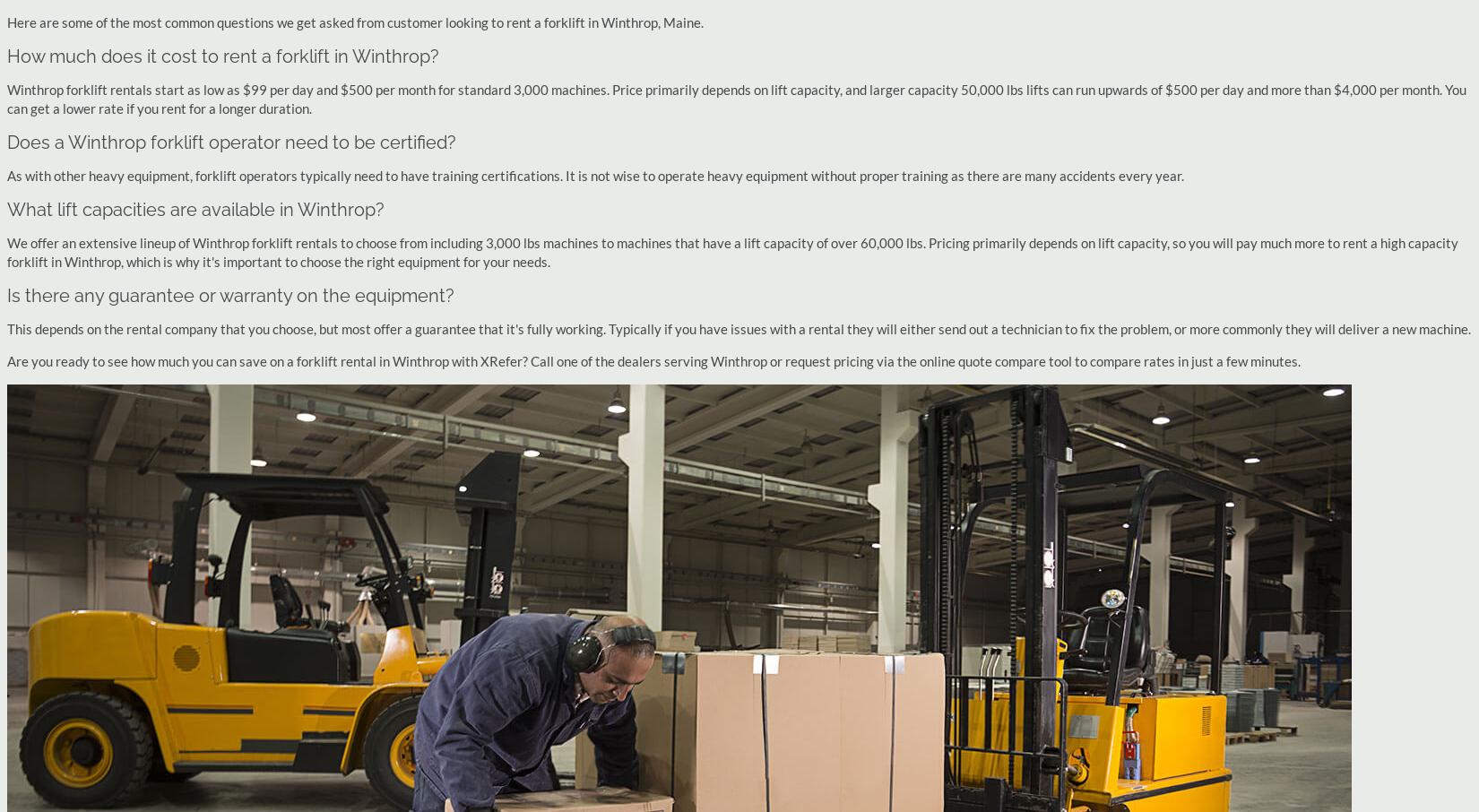 The height and width of the screenshot is (812, 1479). Describe the element at coordinates (222, 56) in the screenshot. I see `'How much does it cost to rent a forklift in Winthrop?'` at that location.